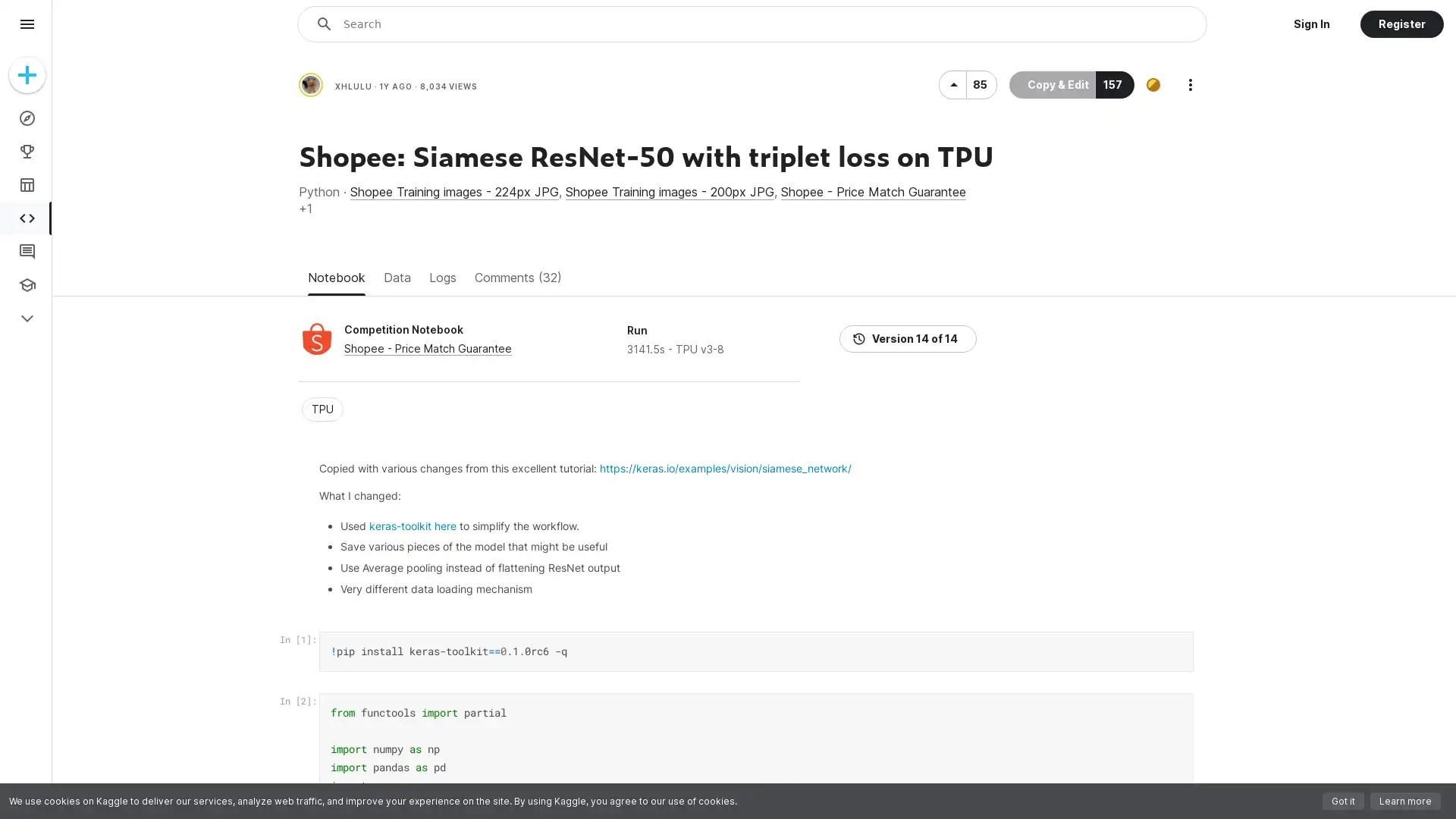 This screenshot has width=1456, height=819. I want to click on Copy & Edit, so click(1051, 259).